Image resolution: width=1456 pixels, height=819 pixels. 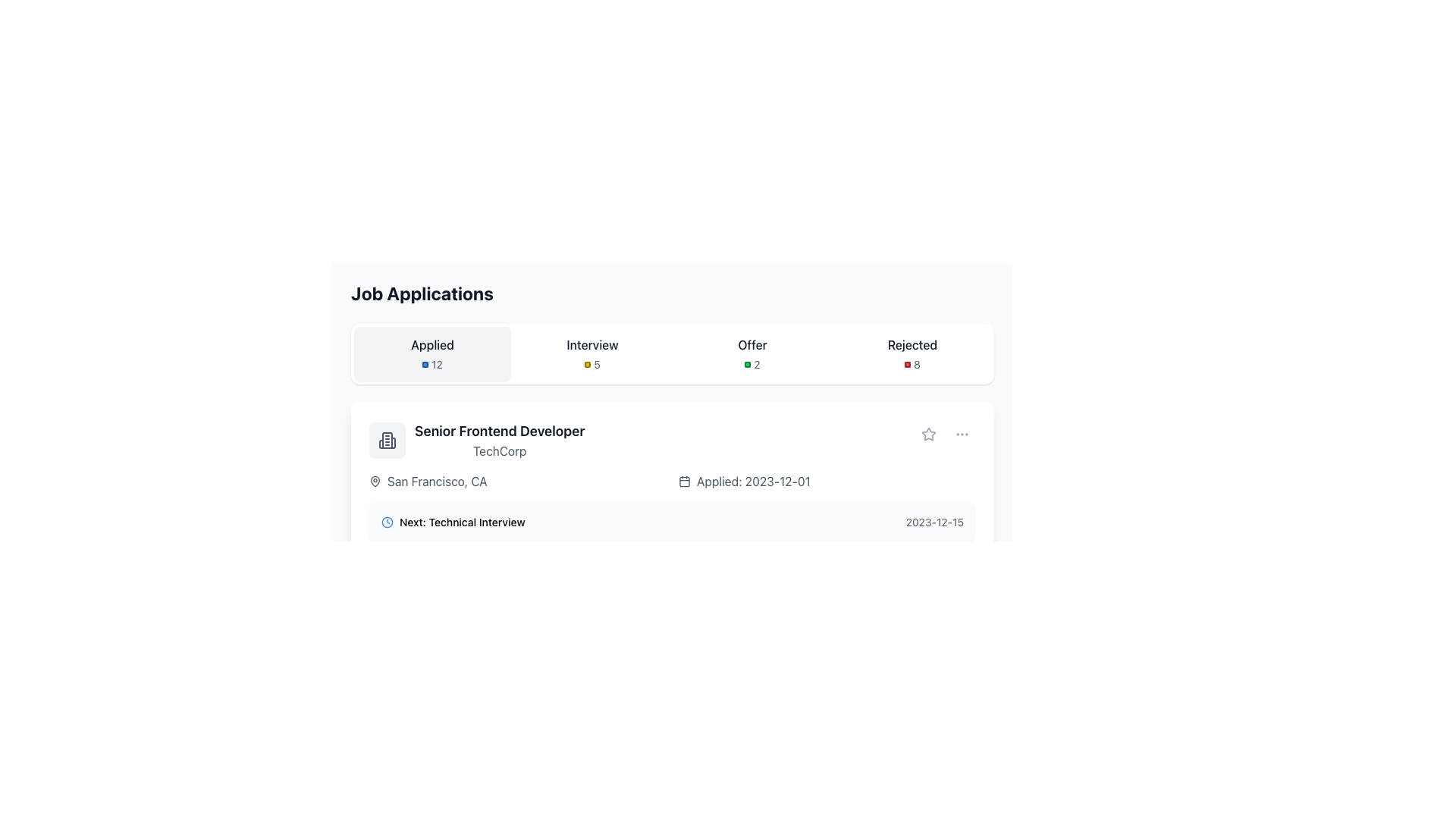 I want to click on the favorite button located to the left of the ellipsis menu icon in the job application entry to mark the job application as a favorite, so click(x=927, y=435).